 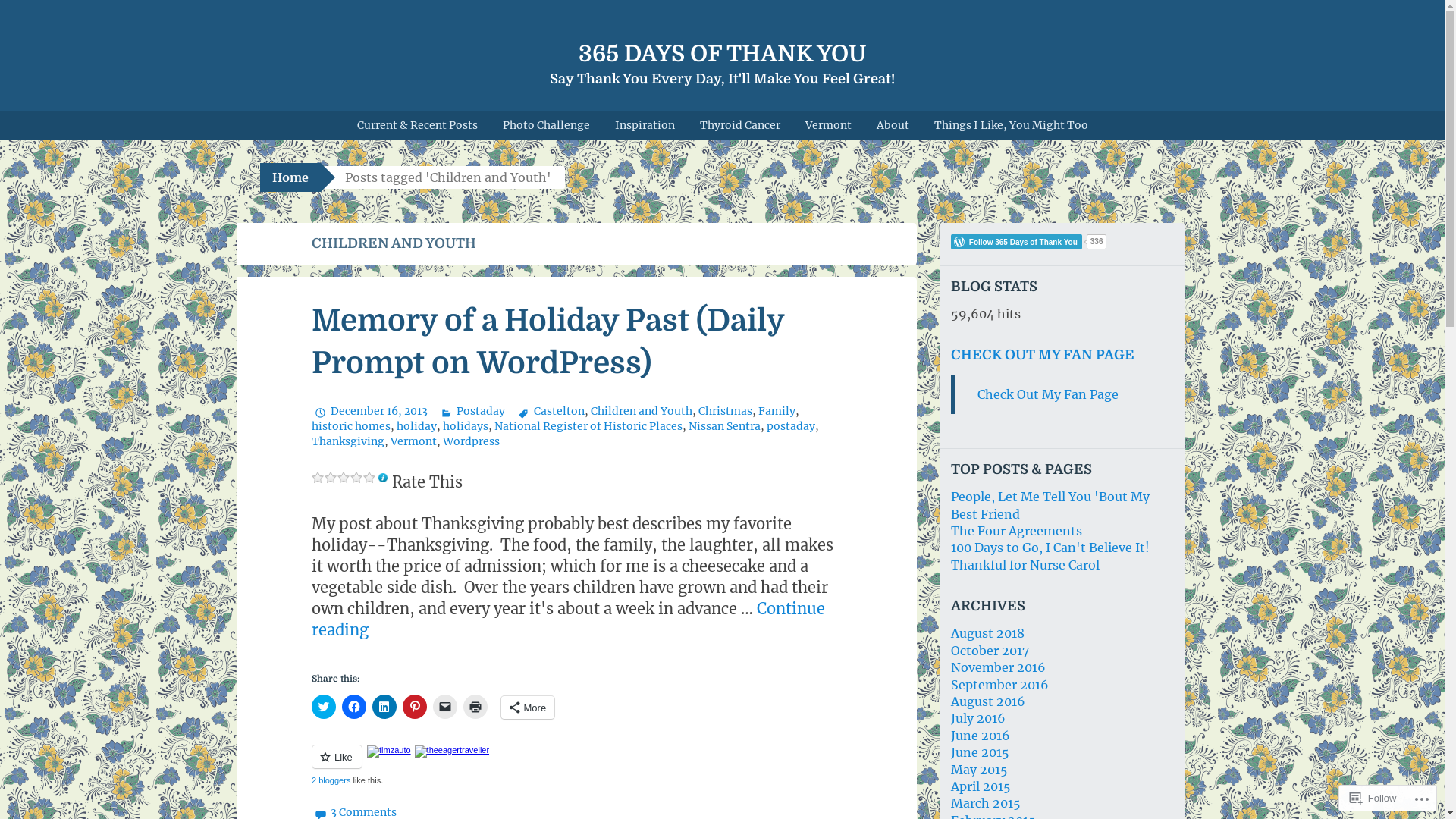 I want to click on 'Current & Recent Posts', so click(x=417, y=124).